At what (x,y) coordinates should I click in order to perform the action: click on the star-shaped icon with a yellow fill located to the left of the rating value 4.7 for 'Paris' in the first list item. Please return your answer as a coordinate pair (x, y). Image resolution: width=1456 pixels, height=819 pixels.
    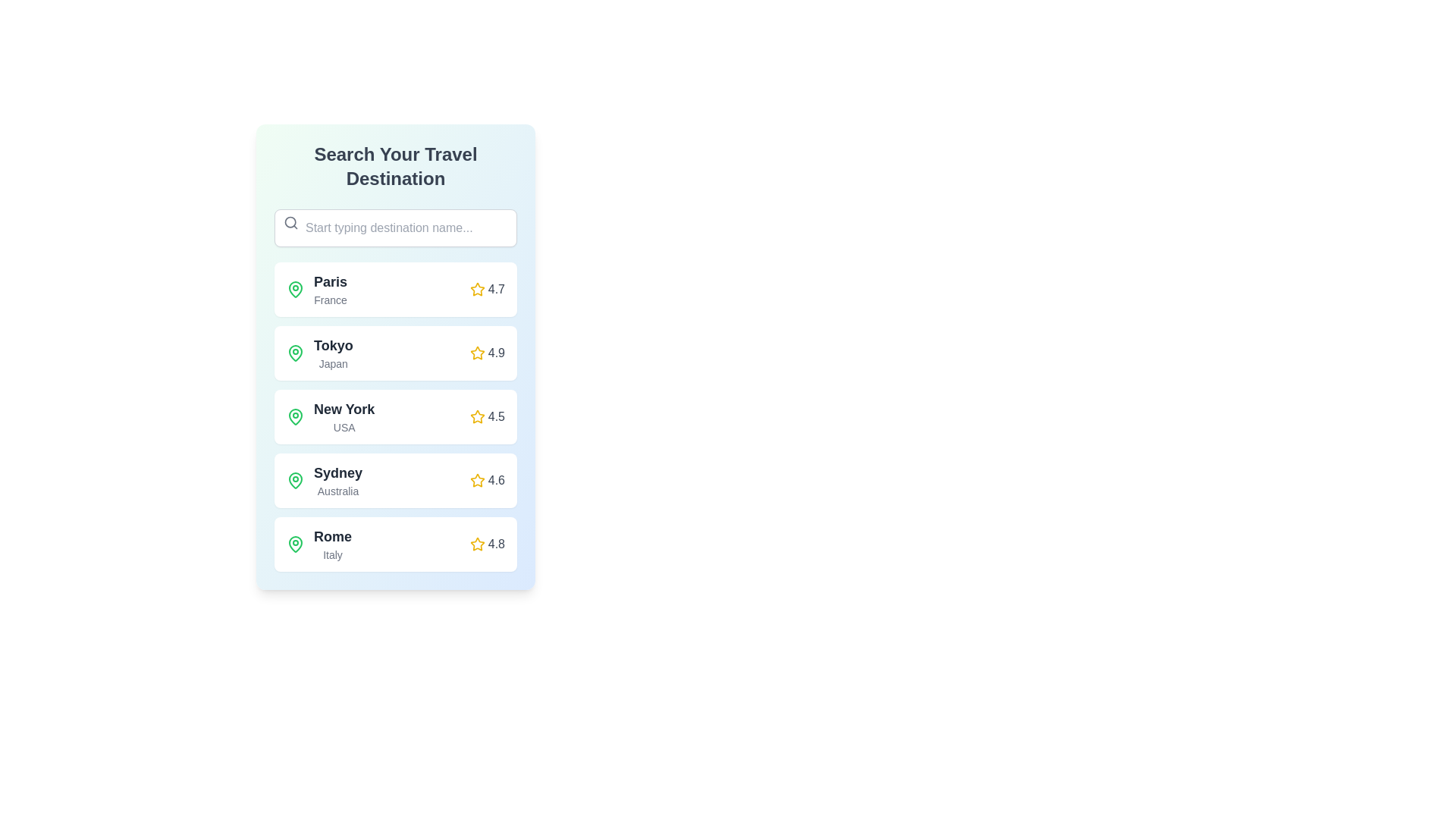
    Looking at the image, I should click on (476, 289).